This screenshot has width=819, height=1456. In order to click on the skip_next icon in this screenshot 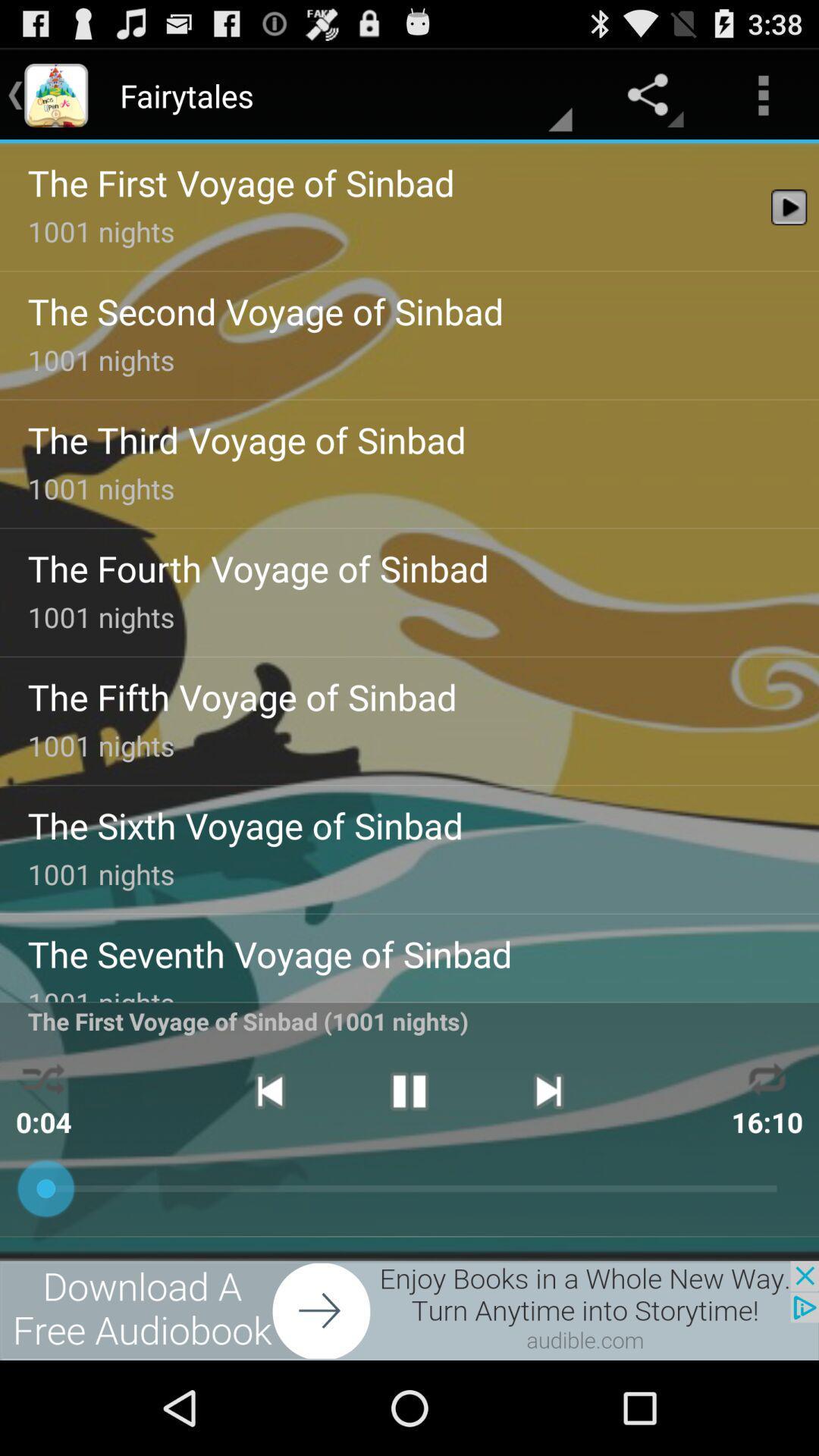, I will do `click(548, 1166)`.